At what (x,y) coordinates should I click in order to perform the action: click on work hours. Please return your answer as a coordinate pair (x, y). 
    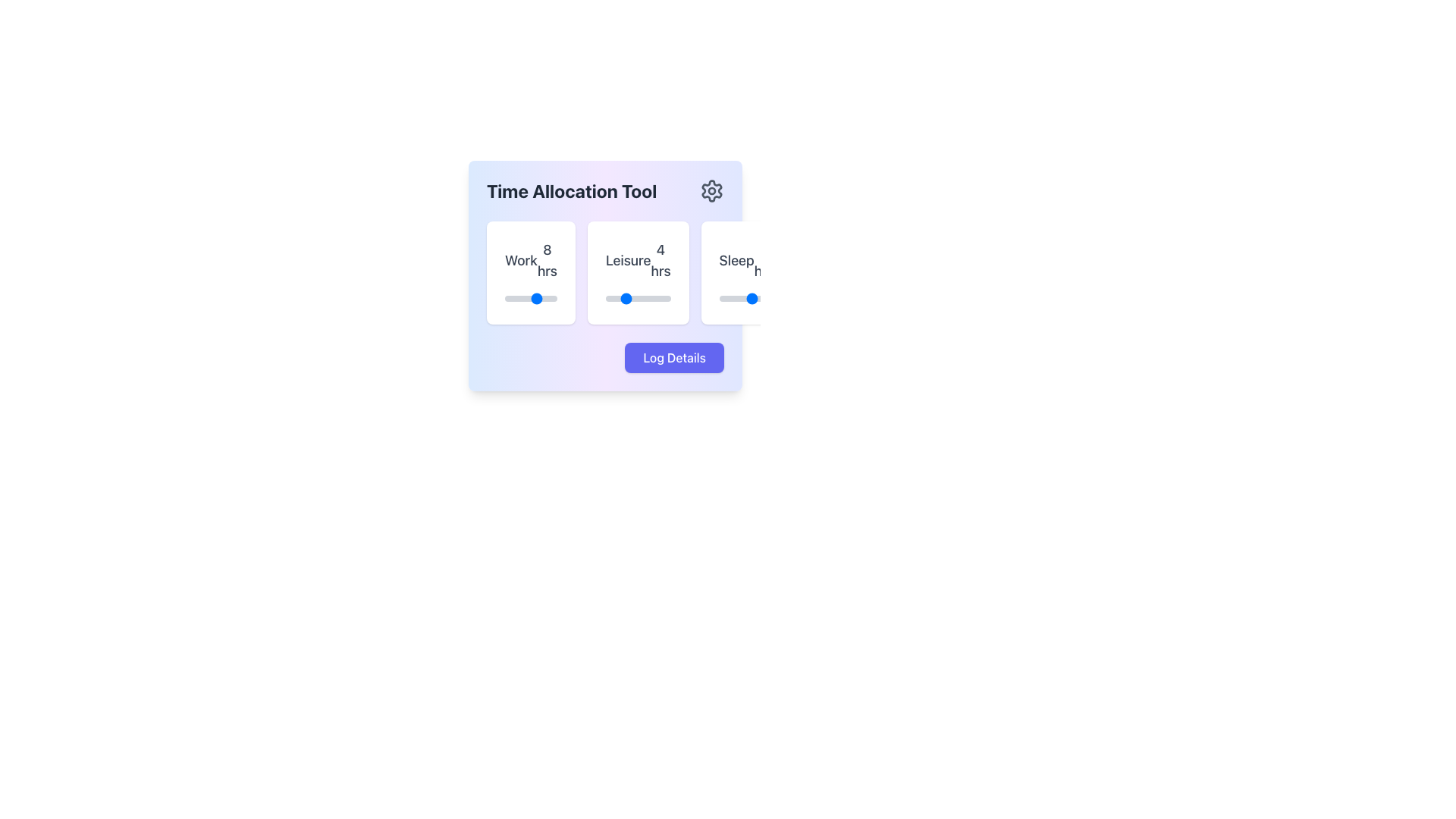
    Looking at the image, I should click on (505, 298).